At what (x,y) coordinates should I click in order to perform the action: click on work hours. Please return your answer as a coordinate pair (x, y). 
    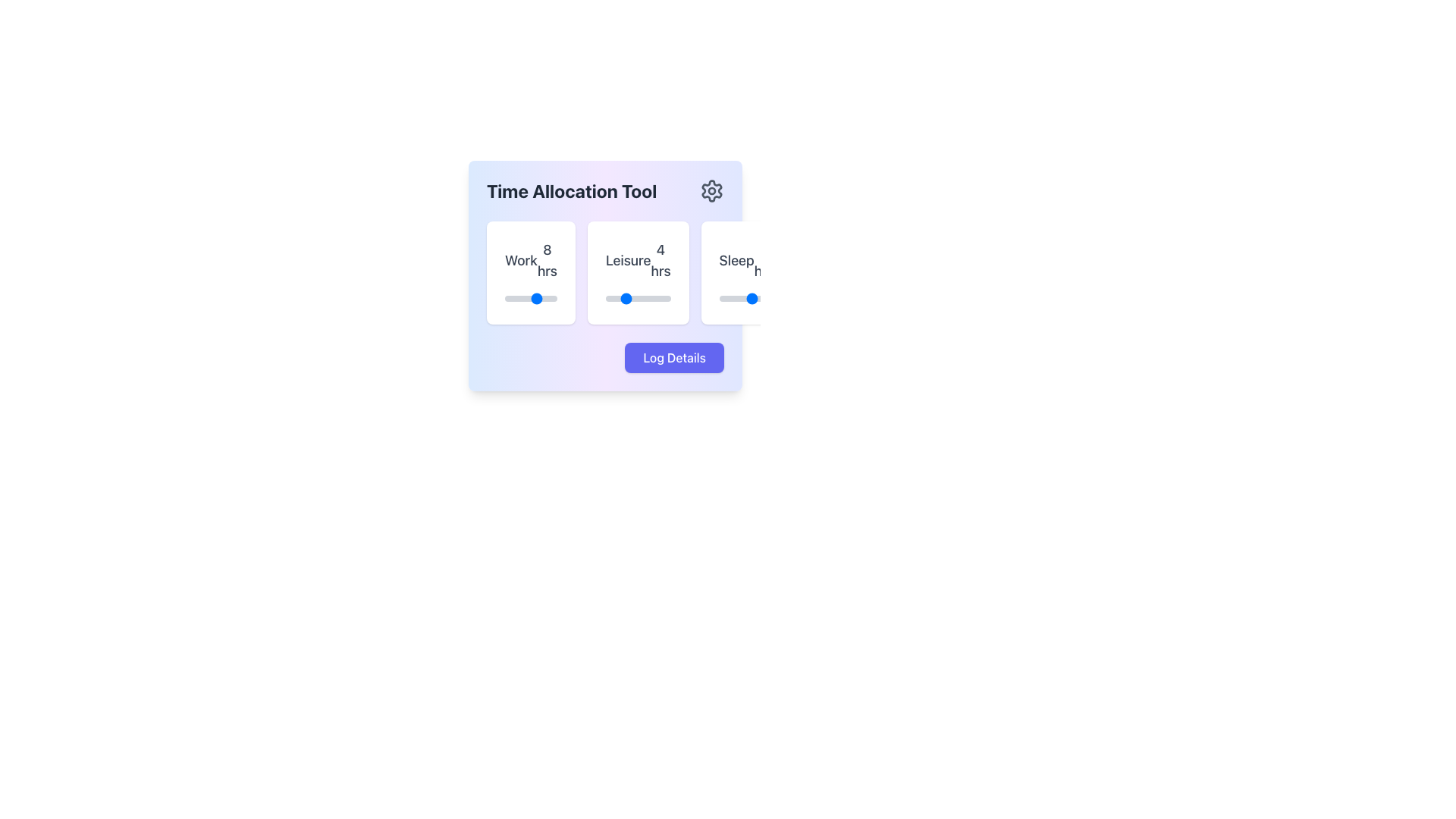
    Looking at the image, I should click on (505, 298).